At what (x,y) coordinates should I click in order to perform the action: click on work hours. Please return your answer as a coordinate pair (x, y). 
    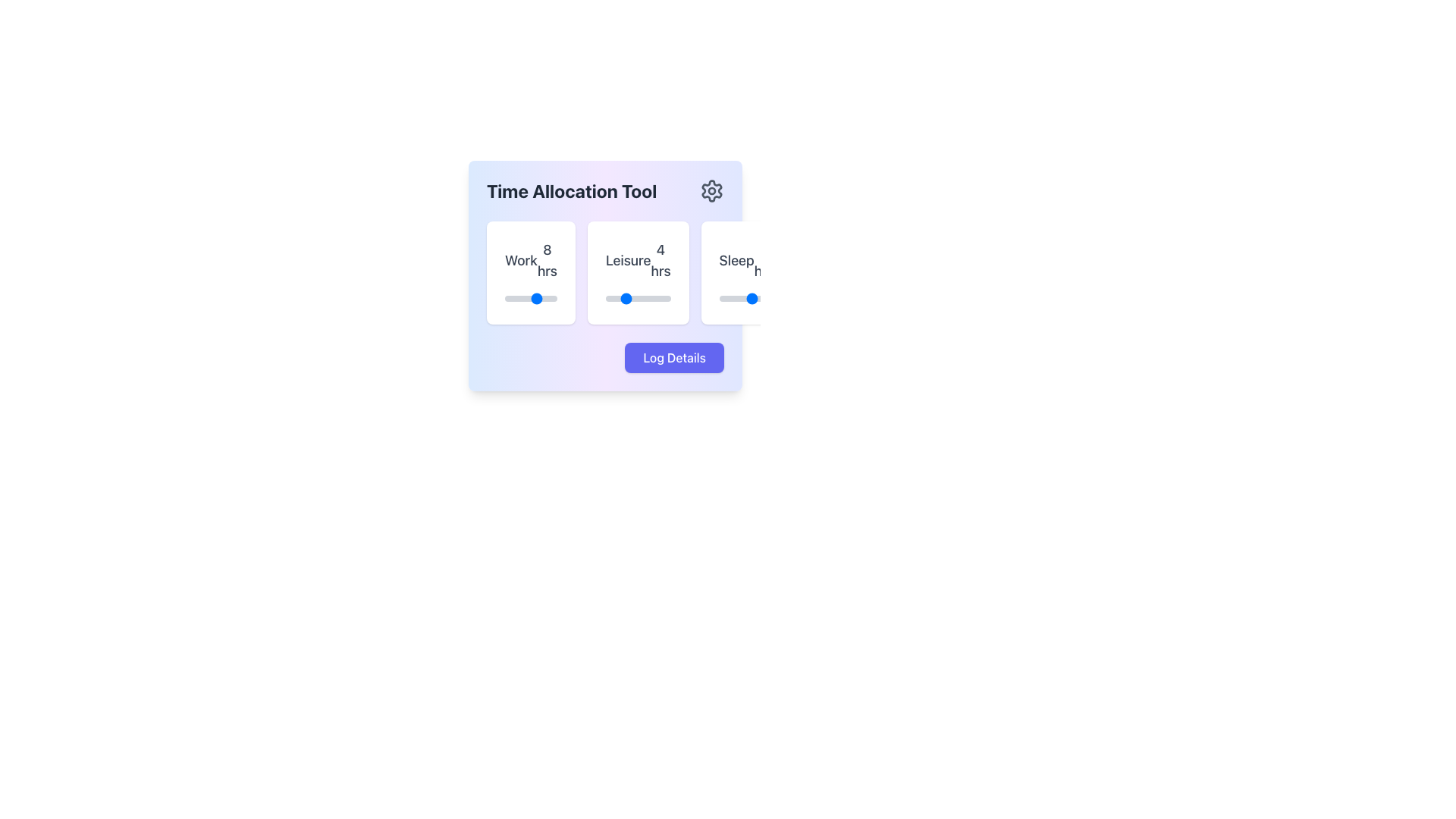
    Looking at the image, I should click on (505, 298).